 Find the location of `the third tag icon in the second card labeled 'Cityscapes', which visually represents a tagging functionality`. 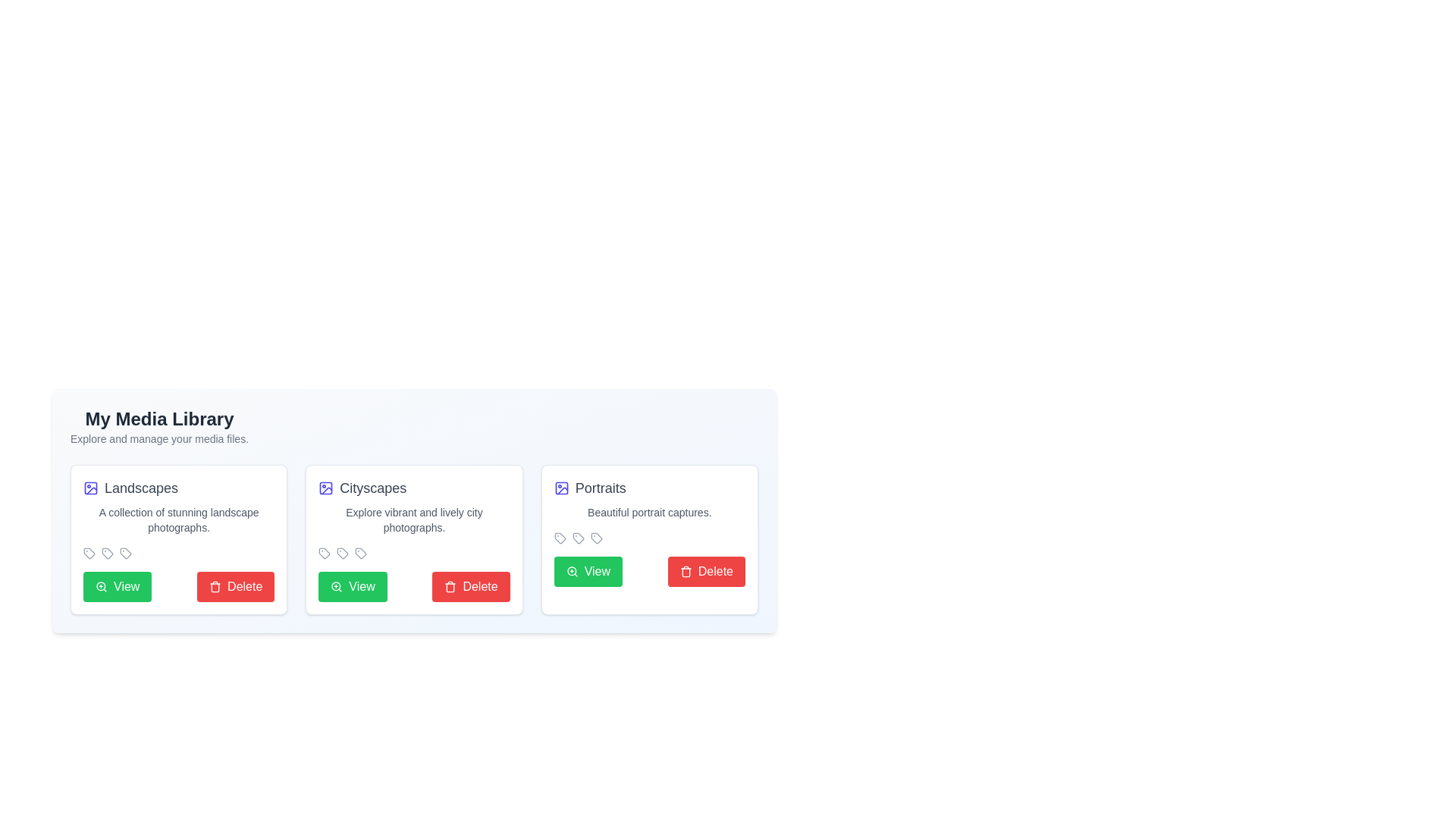

the third tag icon in the second card labeled 'Cityscapes', which visually represents a tagging functionality is located at coordinates (595, 537).